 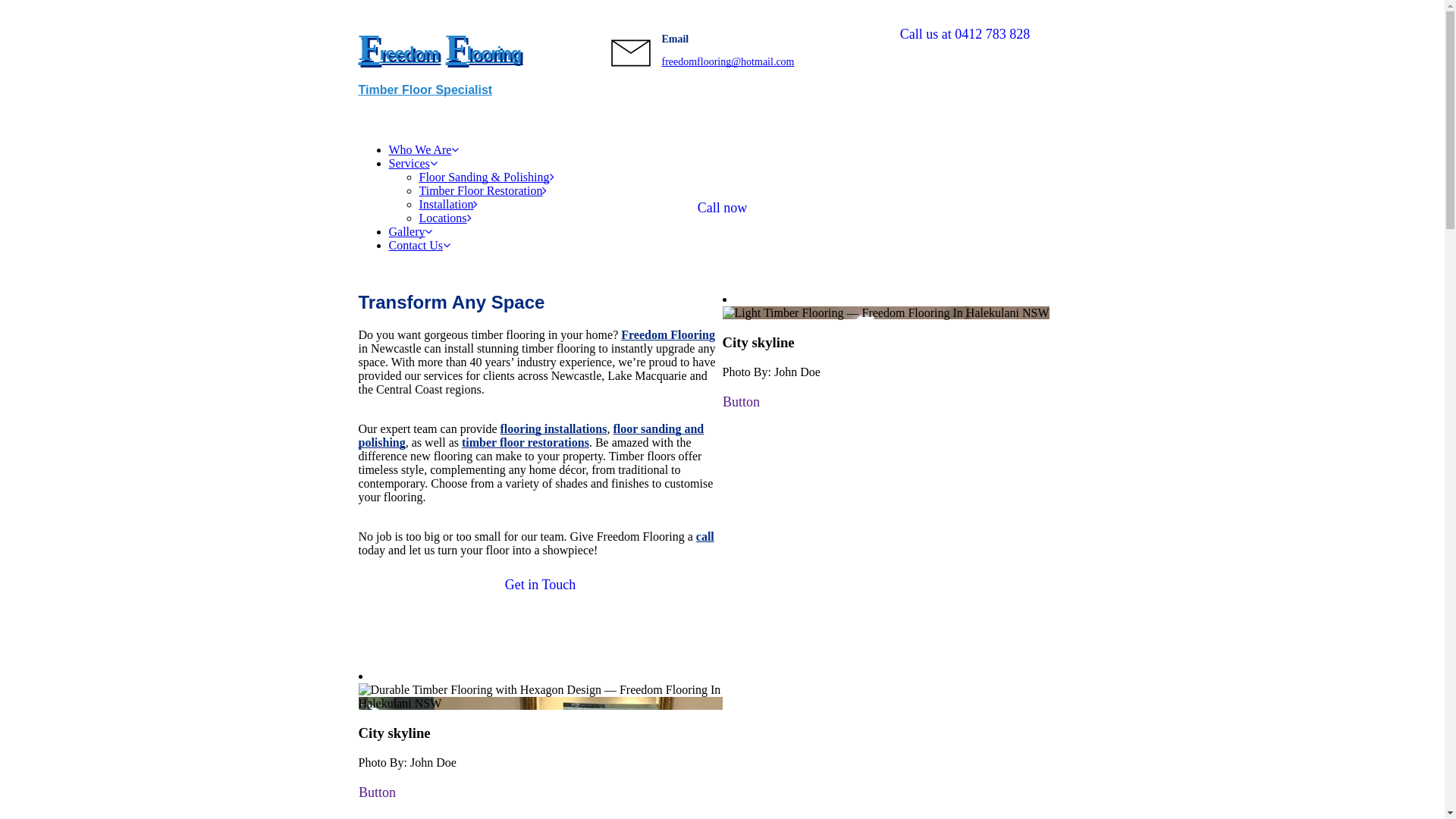 I want to click on 'Services', so click(x=412, y=163).